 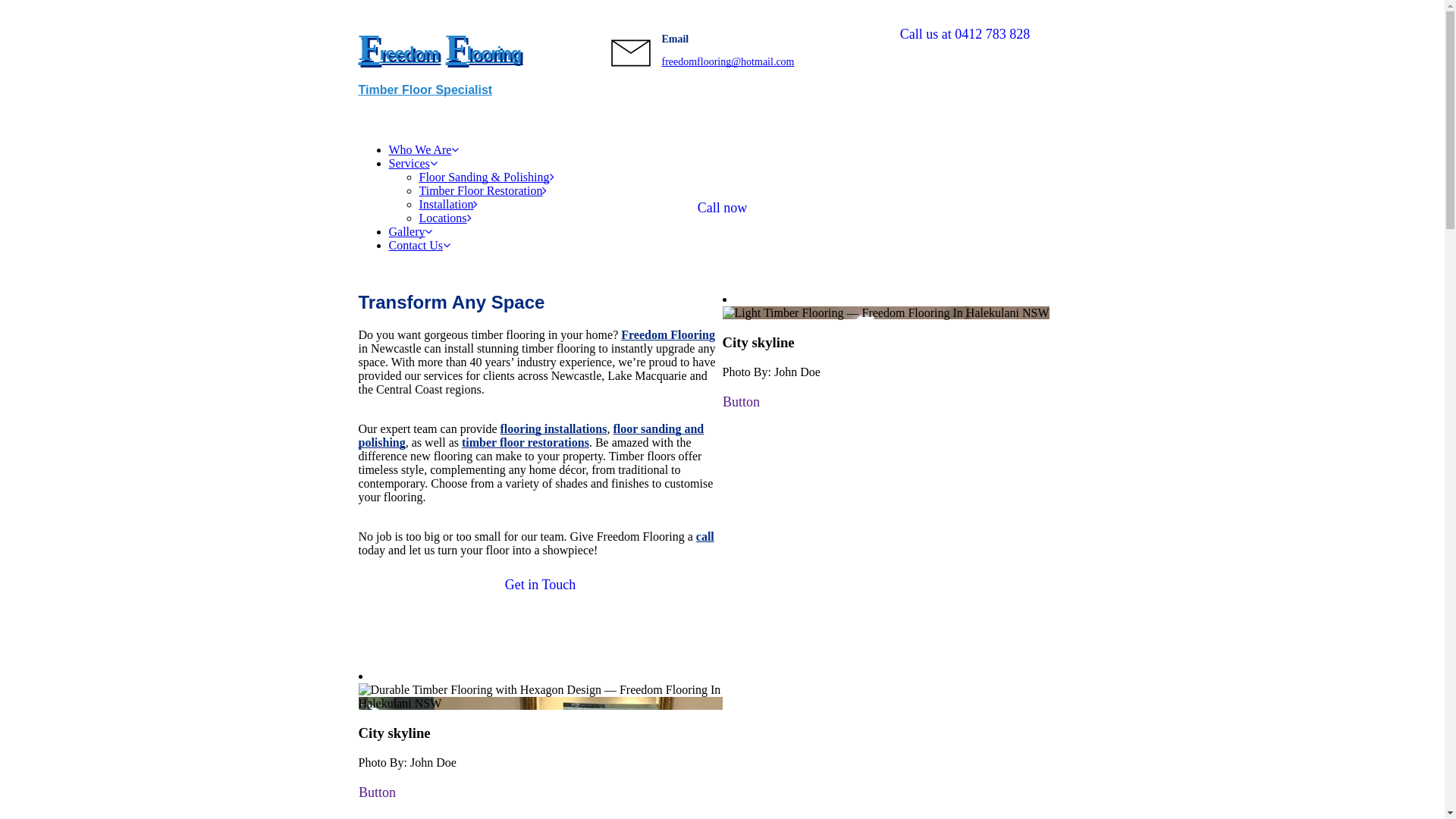 I want to click on 'Services', so click(x=412, y=163).